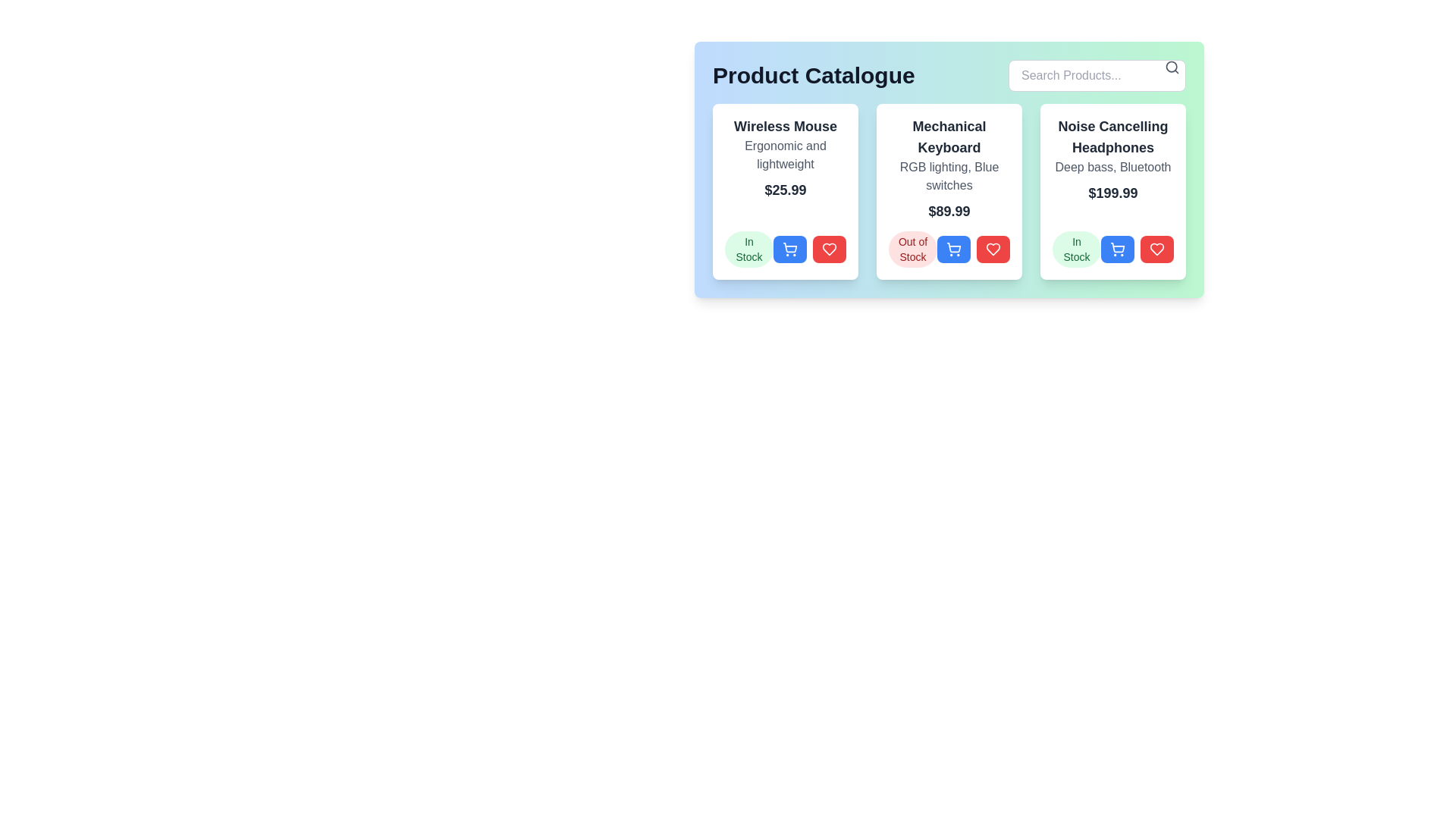  I want to click on the static text that provides additional descriptive information about the 'Mechanical Keyboard', located directly below the product title and above the product price, so click(949, 175).